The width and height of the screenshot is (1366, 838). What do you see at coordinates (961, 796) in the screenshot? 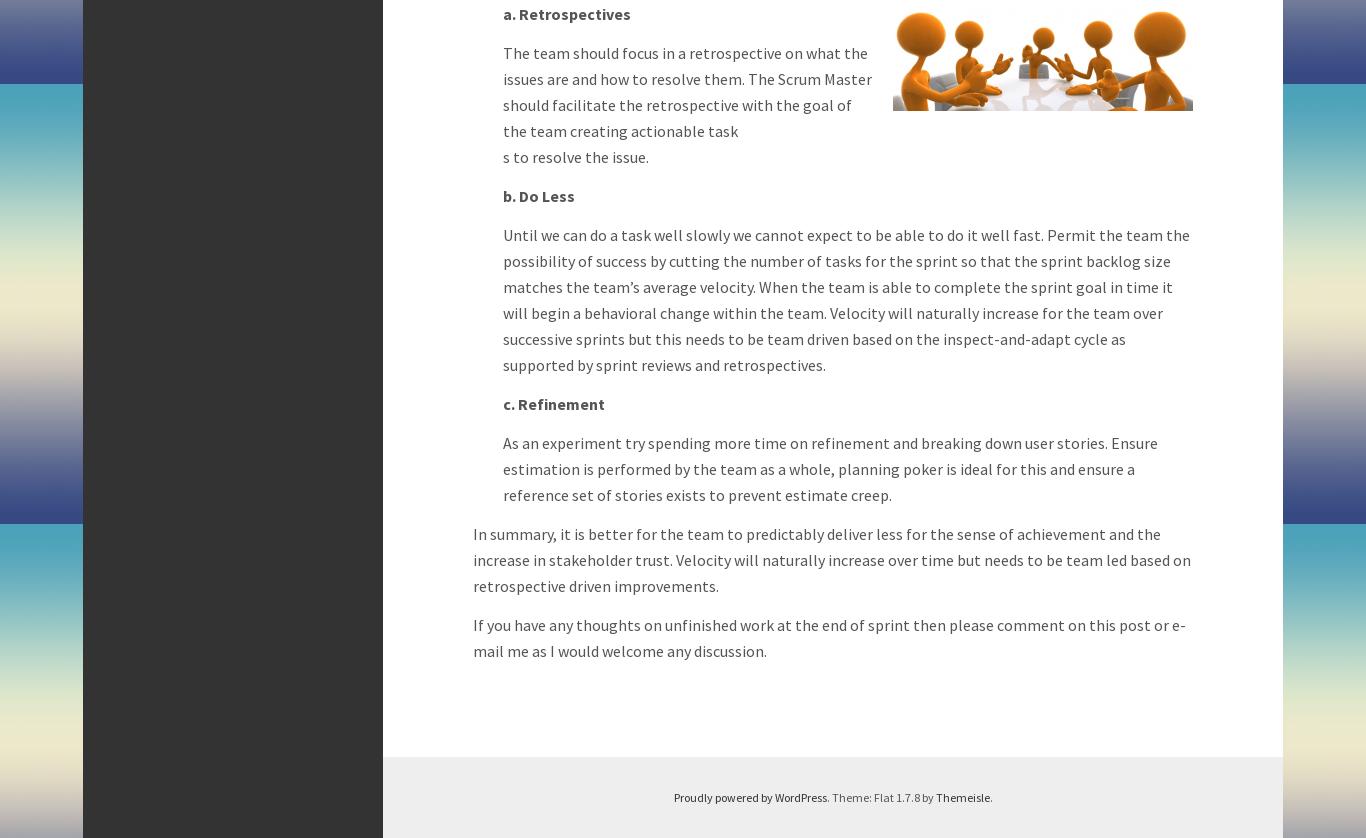
I see `'Themeisle'` at bounding box center [961, 796].